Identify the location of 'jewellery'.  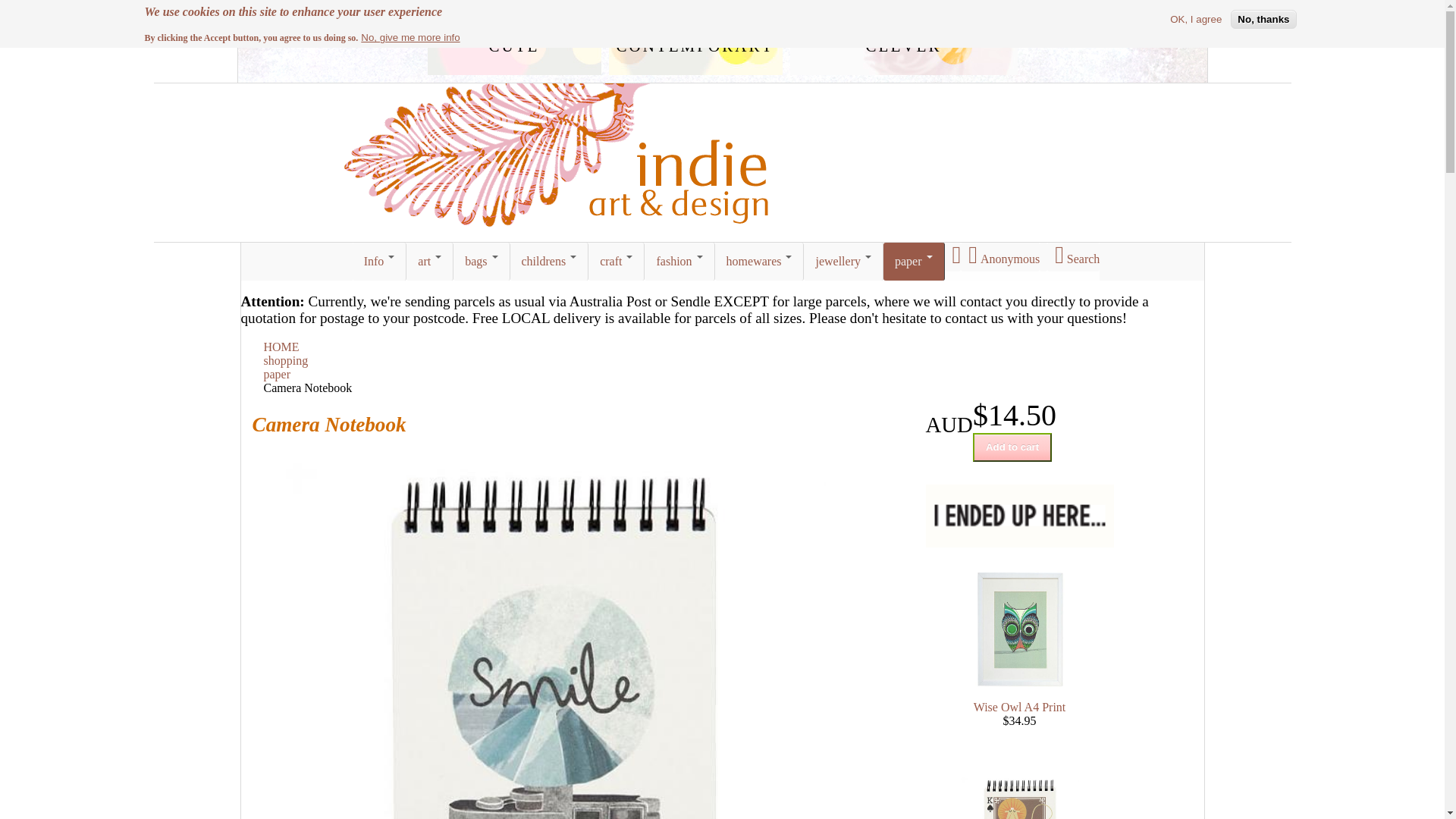
(843, 260).